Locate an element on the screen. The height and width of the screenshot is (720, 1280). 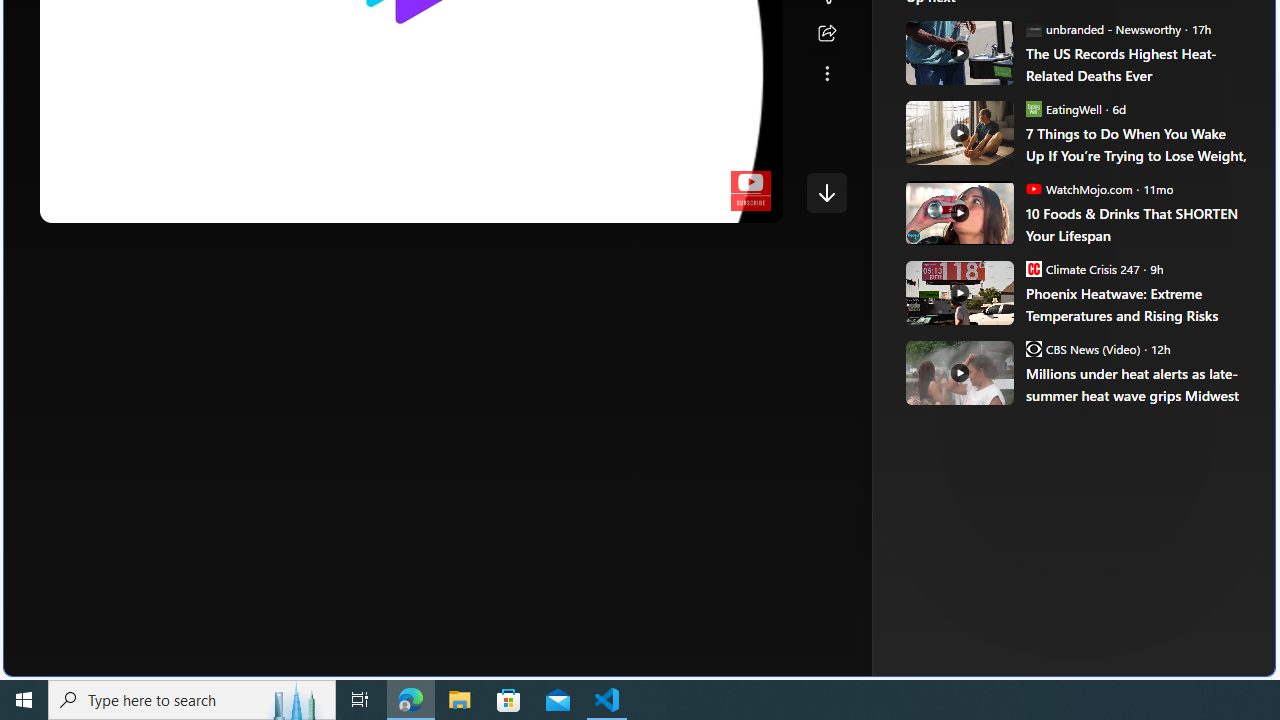
'Climate Crisis 247 Climate Crisis 247' is located at coordinates (1081, 267).